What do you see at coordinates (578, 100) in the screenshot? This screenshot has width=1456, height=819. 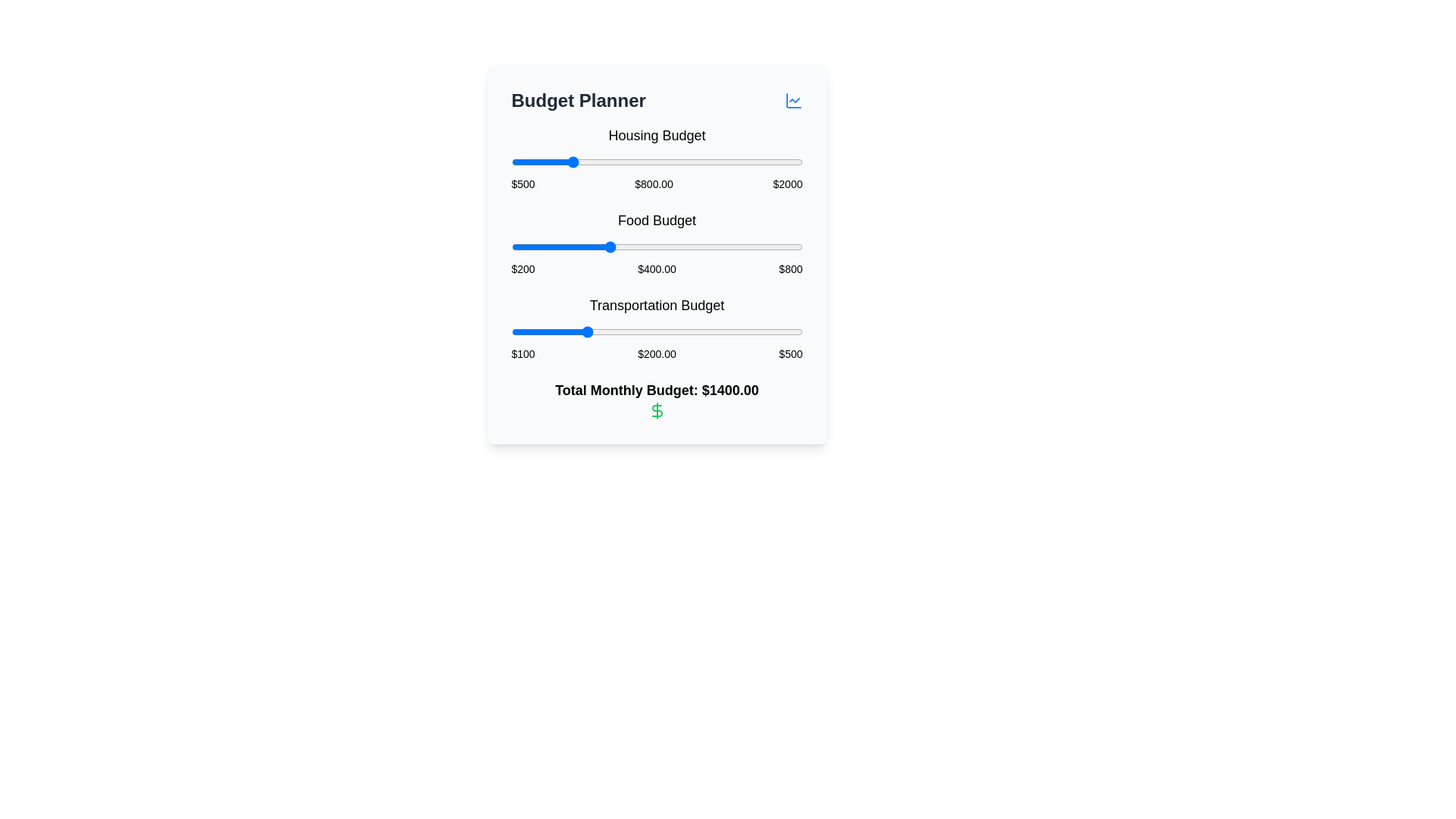 I see `the 'Budget Planner' text label, which is styled with bold, extra-large font in deep gray and is prominently displayed near the top of the interface` at bounding box center [578, 100].